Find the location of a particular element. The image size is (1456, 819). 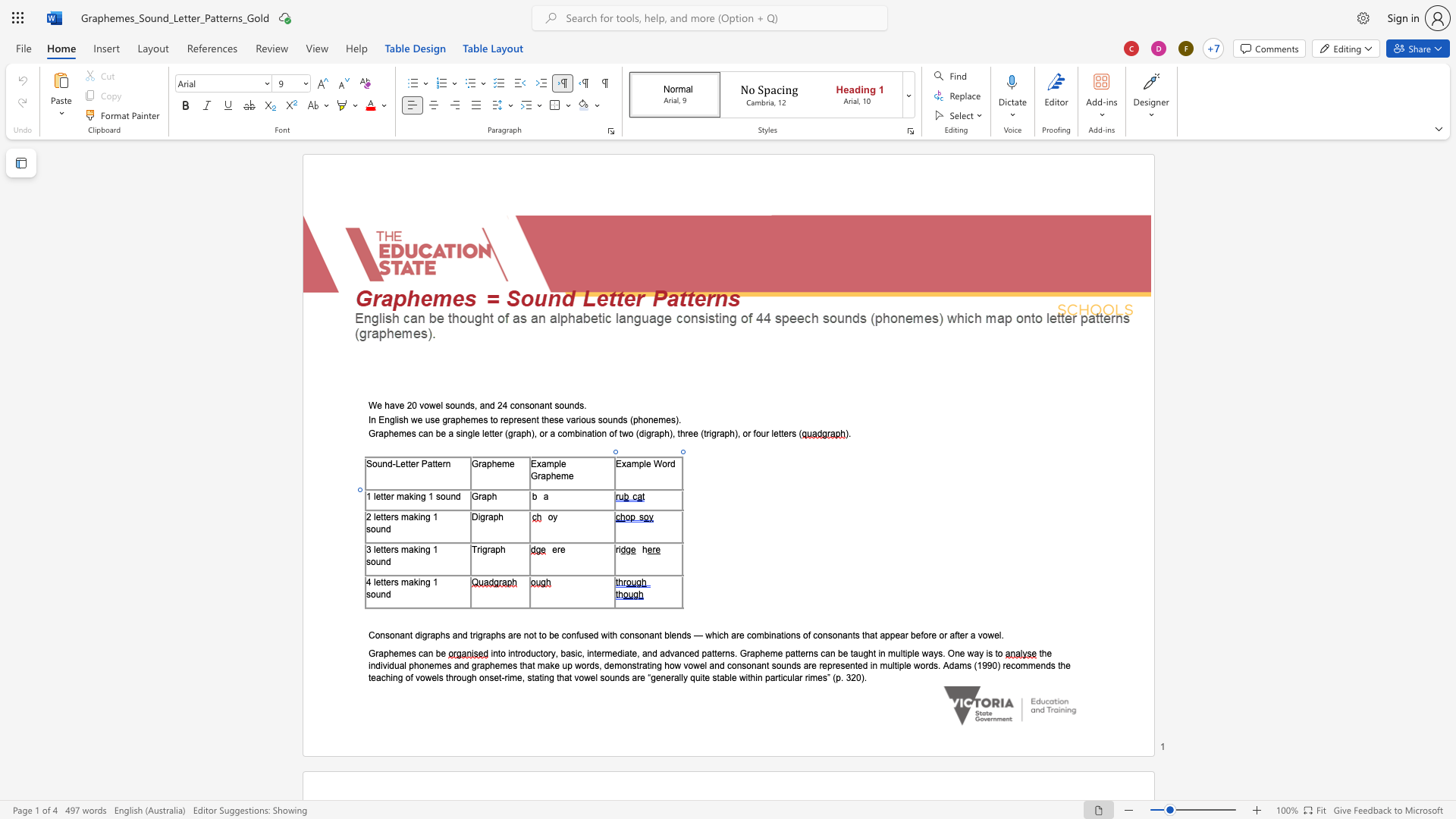

the space between the continuous character "a" and "k" in the text is located at coordinates (409, 496).